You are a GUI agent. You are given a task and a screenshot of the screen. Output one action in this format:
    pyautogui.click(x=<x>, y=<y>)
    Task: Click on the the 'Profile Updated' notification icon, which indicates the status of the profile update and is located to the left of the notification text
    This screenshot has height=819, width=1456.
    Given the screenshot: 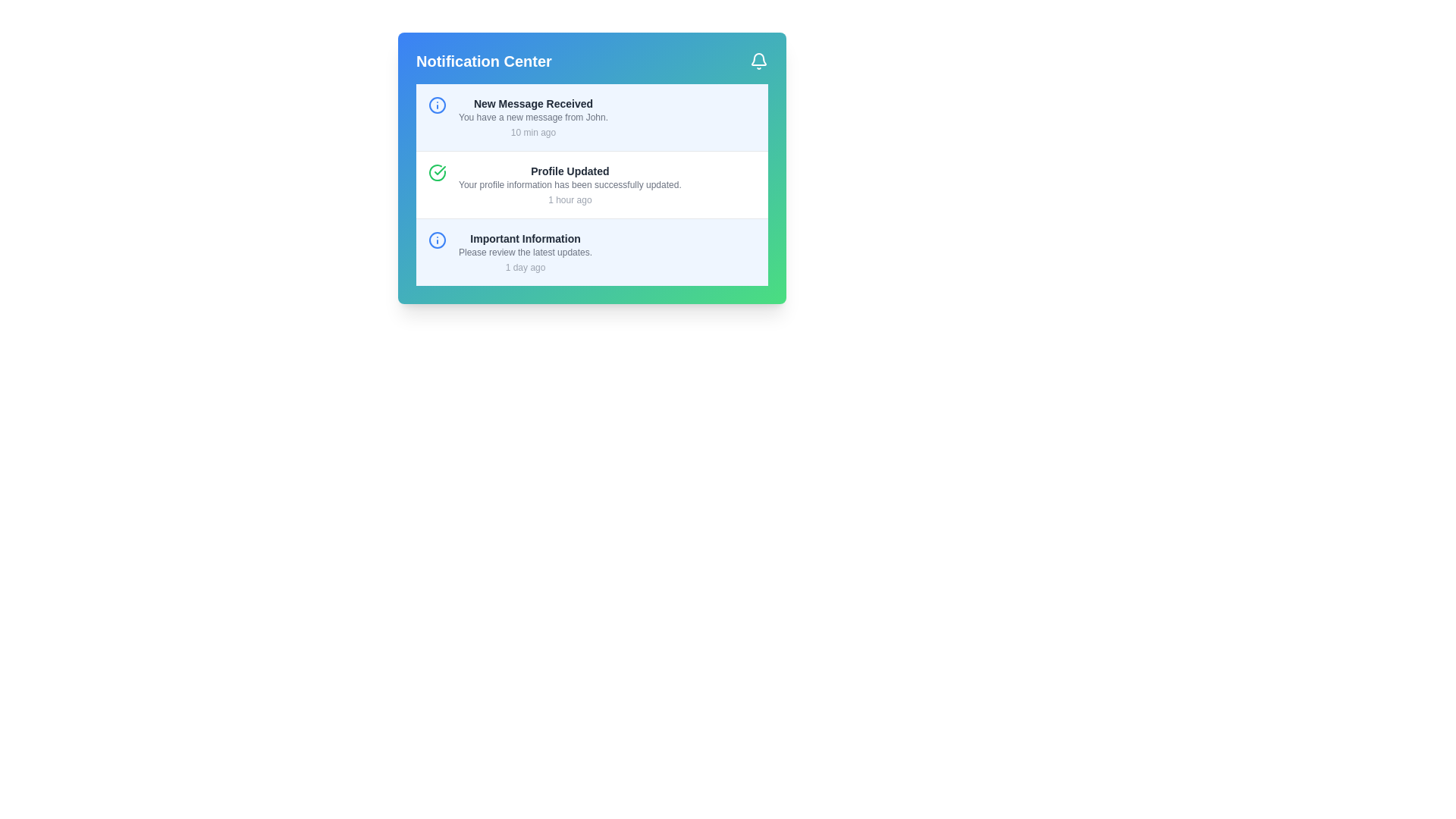 What is the action you would take?
    pyautogui.click(x=436, y=171)
    